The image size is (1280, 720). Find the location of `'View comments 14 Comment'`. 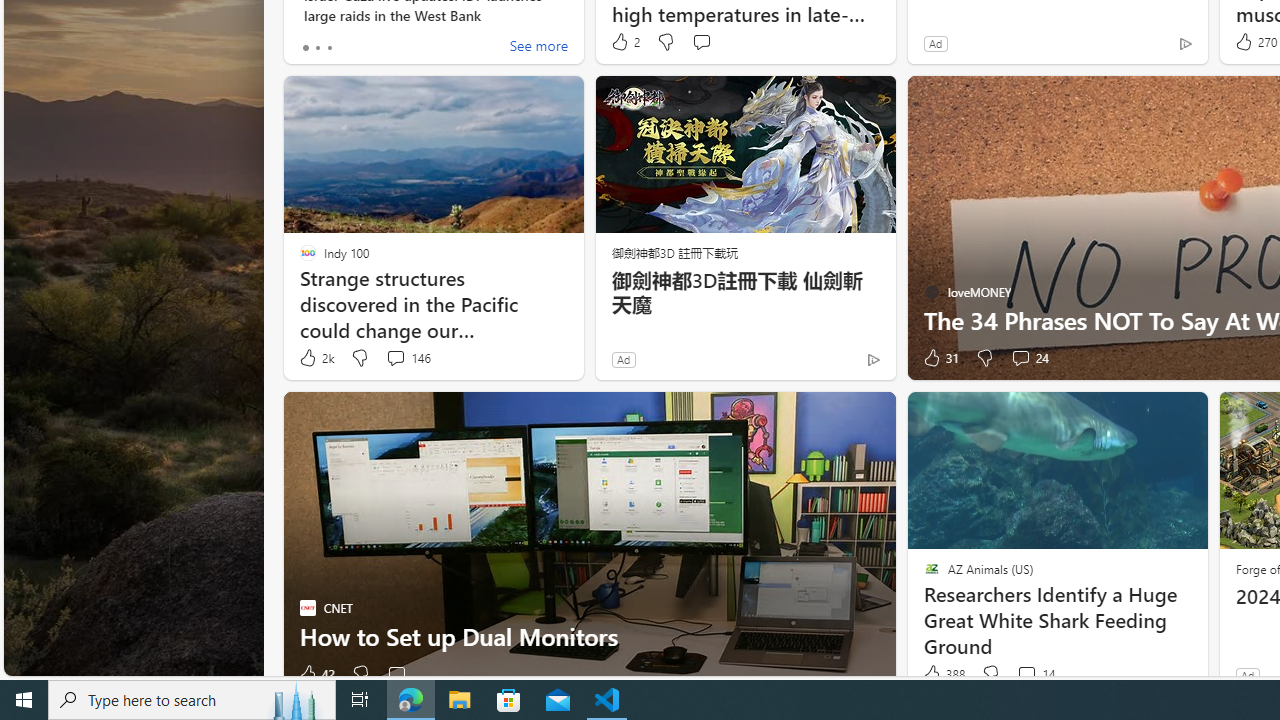

'View comments 14 Comment' is located at coordinates (1035, 674).